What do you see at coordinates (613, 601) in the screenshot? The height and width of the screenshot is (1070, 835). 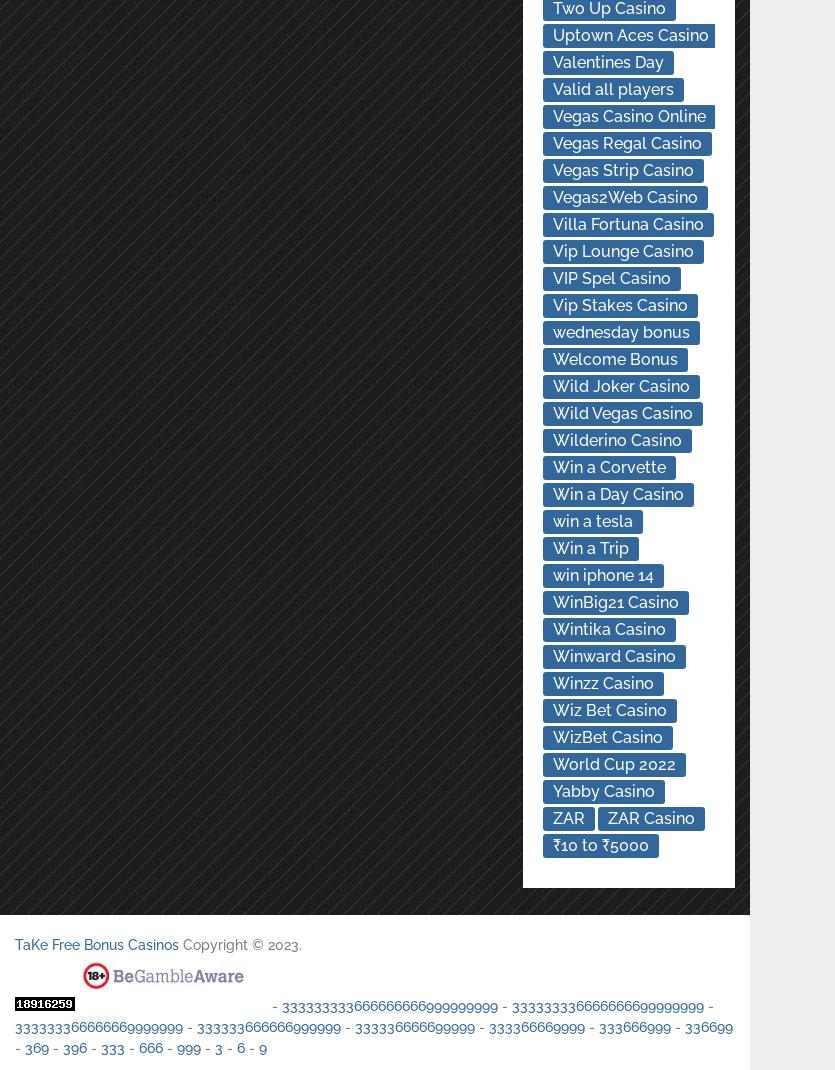 I see `'WinBig21 Casino'` at bounding box center [613, 601].